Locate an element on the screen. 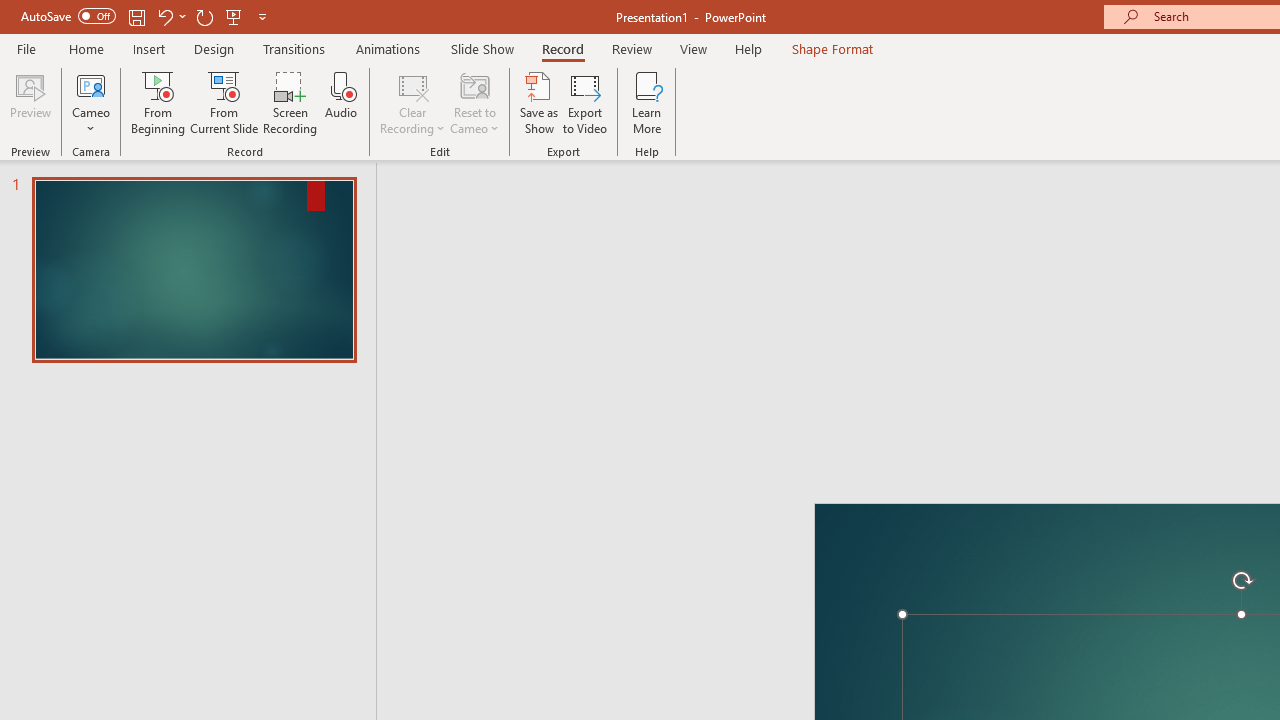 Image resolution: width=1280 pixels, height=720 pixels. 'Help' is located at coordinates (747, 48).